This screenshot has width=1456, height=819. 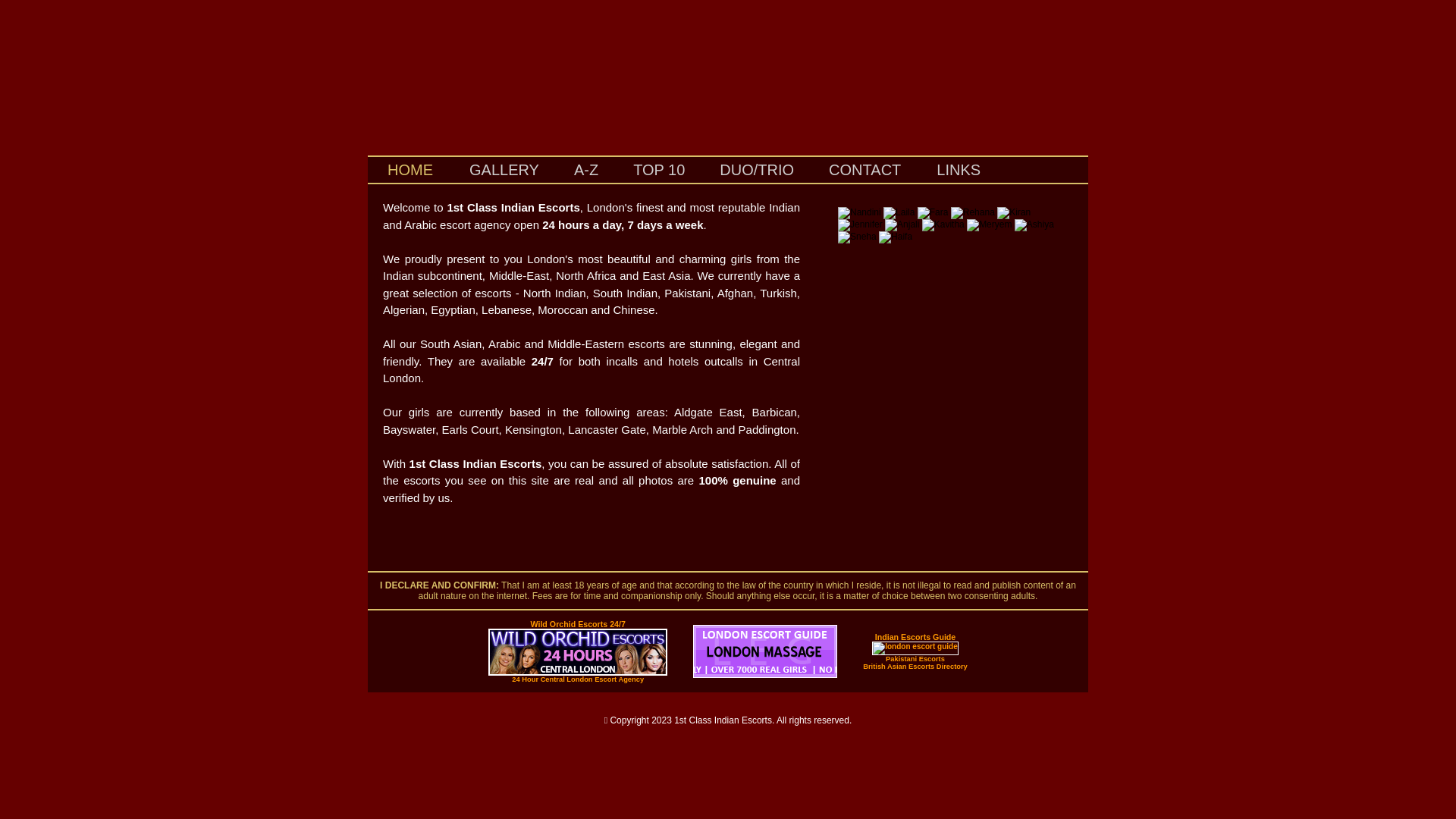 What do you see at coordinates (585, 171) in the screenshot?
I see `'A-Z'` at bounding box center [585, 171].